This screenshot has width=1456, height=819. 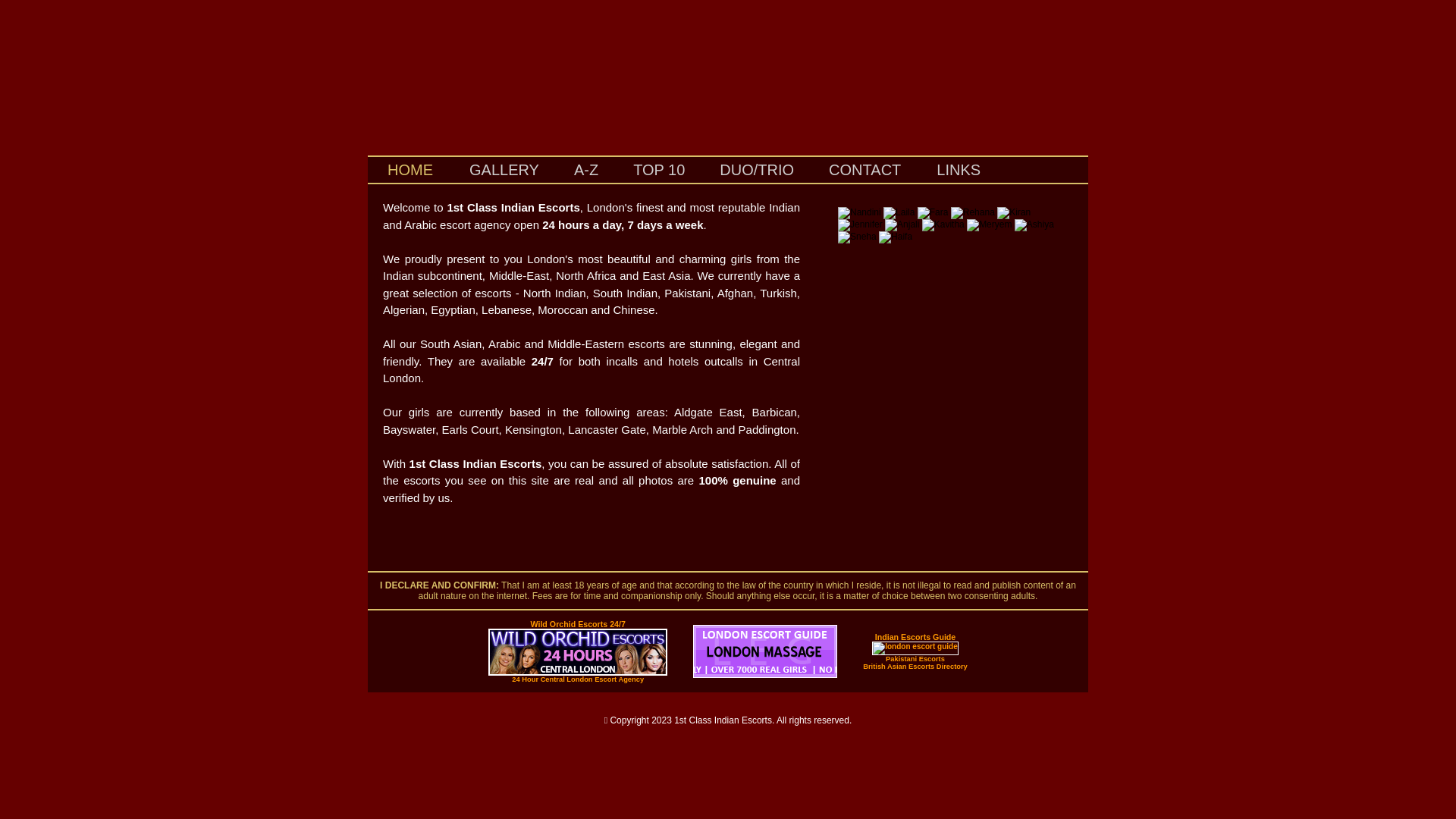 What do you see at coordinates (585, 171) in the screenshot?
I see `'A-Z'` at bounding box center [585, 171].